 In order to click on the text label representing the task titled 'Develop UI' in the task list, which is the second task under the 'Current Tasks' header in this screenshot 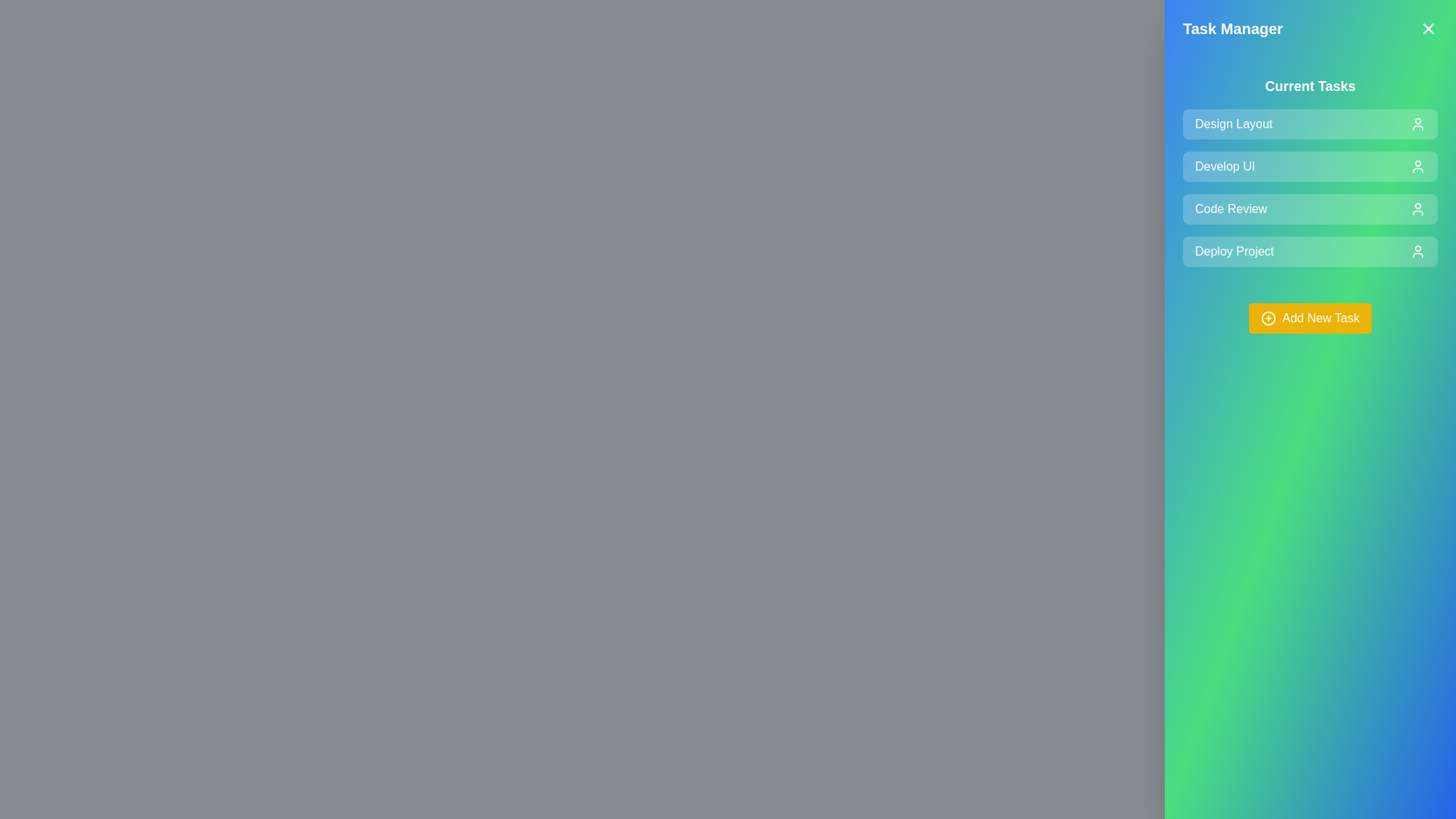, I will do `click(1225, 166)`.